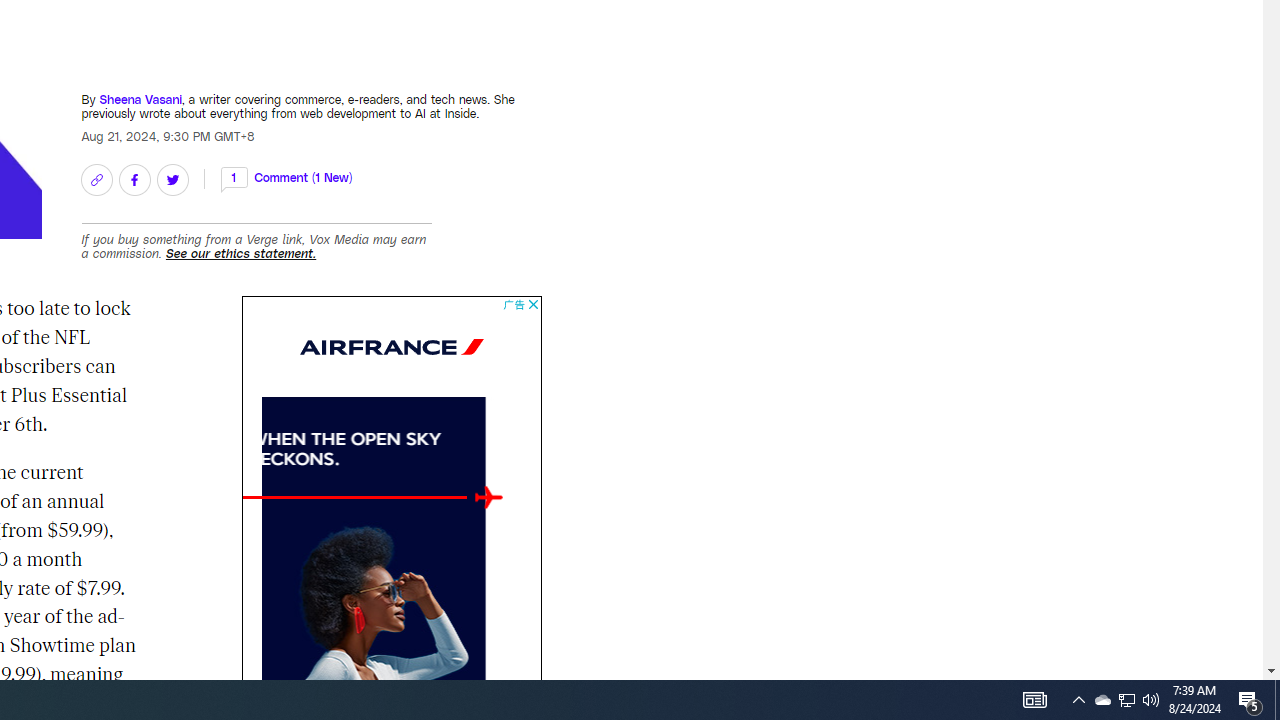  I want to click on '1 Comment (1 New)', so click(285, 175).